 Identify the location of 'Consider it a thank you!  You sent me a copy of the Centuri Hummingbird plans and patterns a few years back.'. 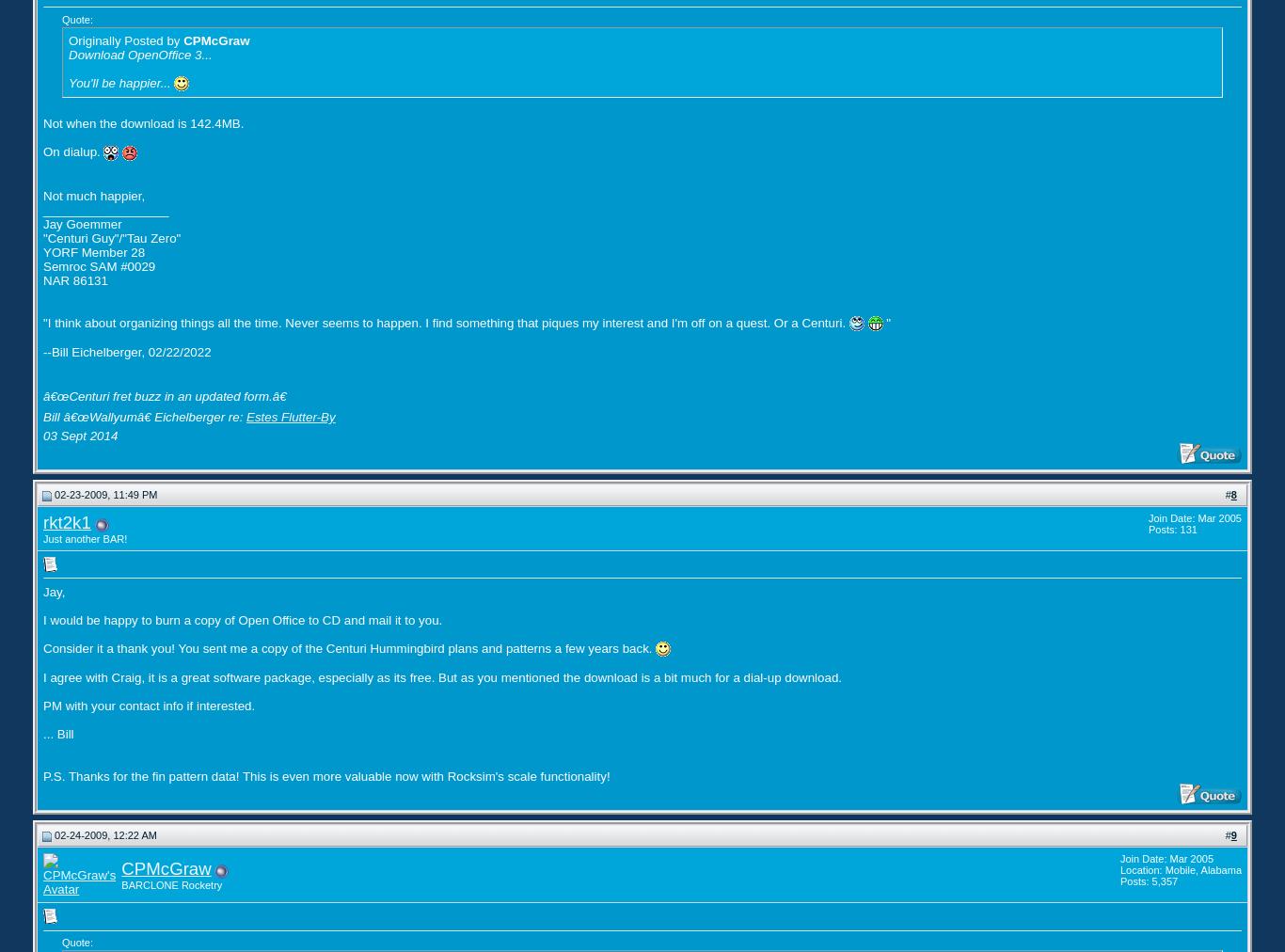
(348, 647).